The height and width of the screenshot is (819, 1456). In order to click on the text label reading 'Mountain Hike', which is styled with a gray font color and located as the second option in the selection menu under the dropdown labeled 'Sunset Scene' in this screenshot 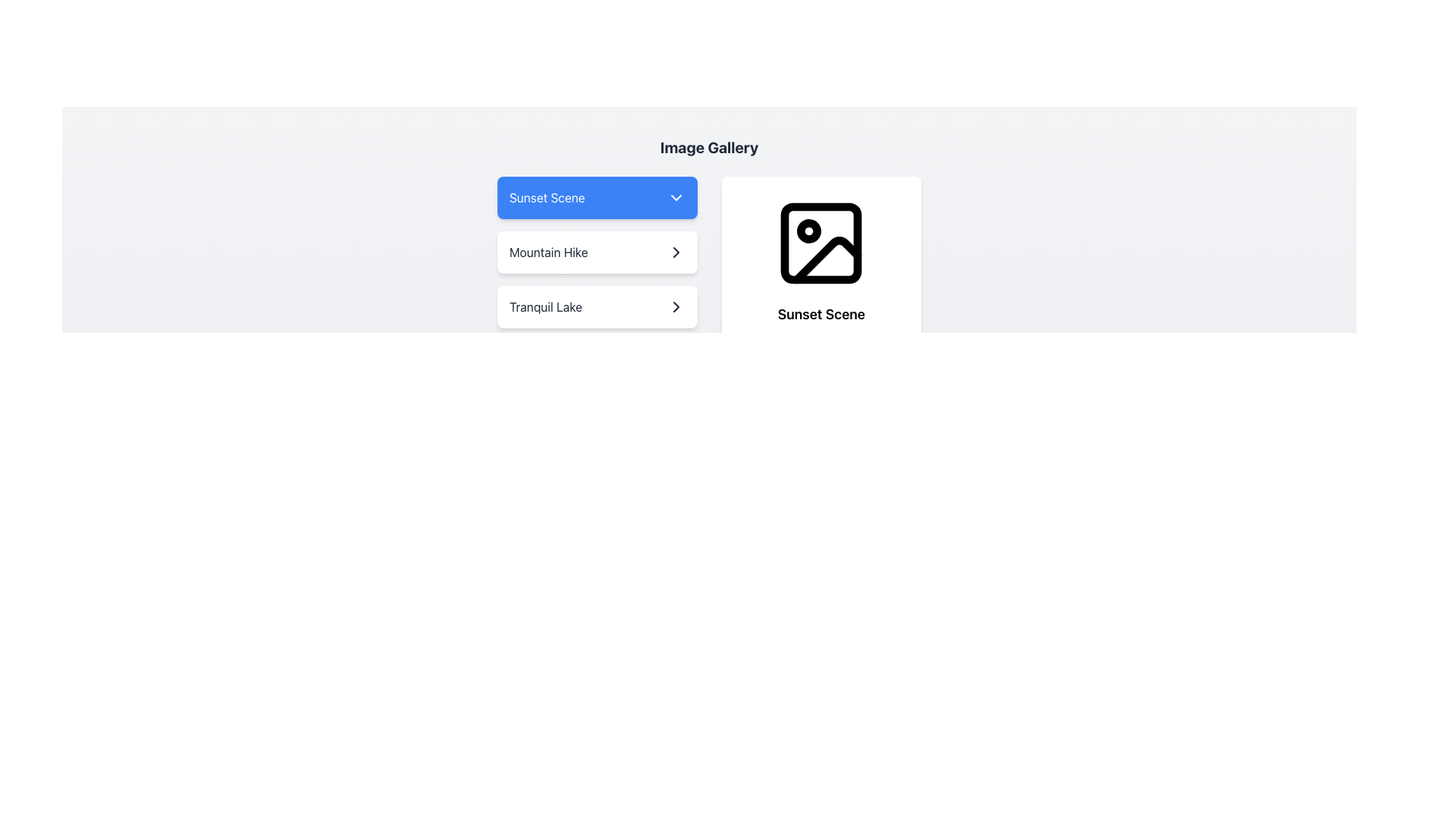, I will do `click(548, 251)`.